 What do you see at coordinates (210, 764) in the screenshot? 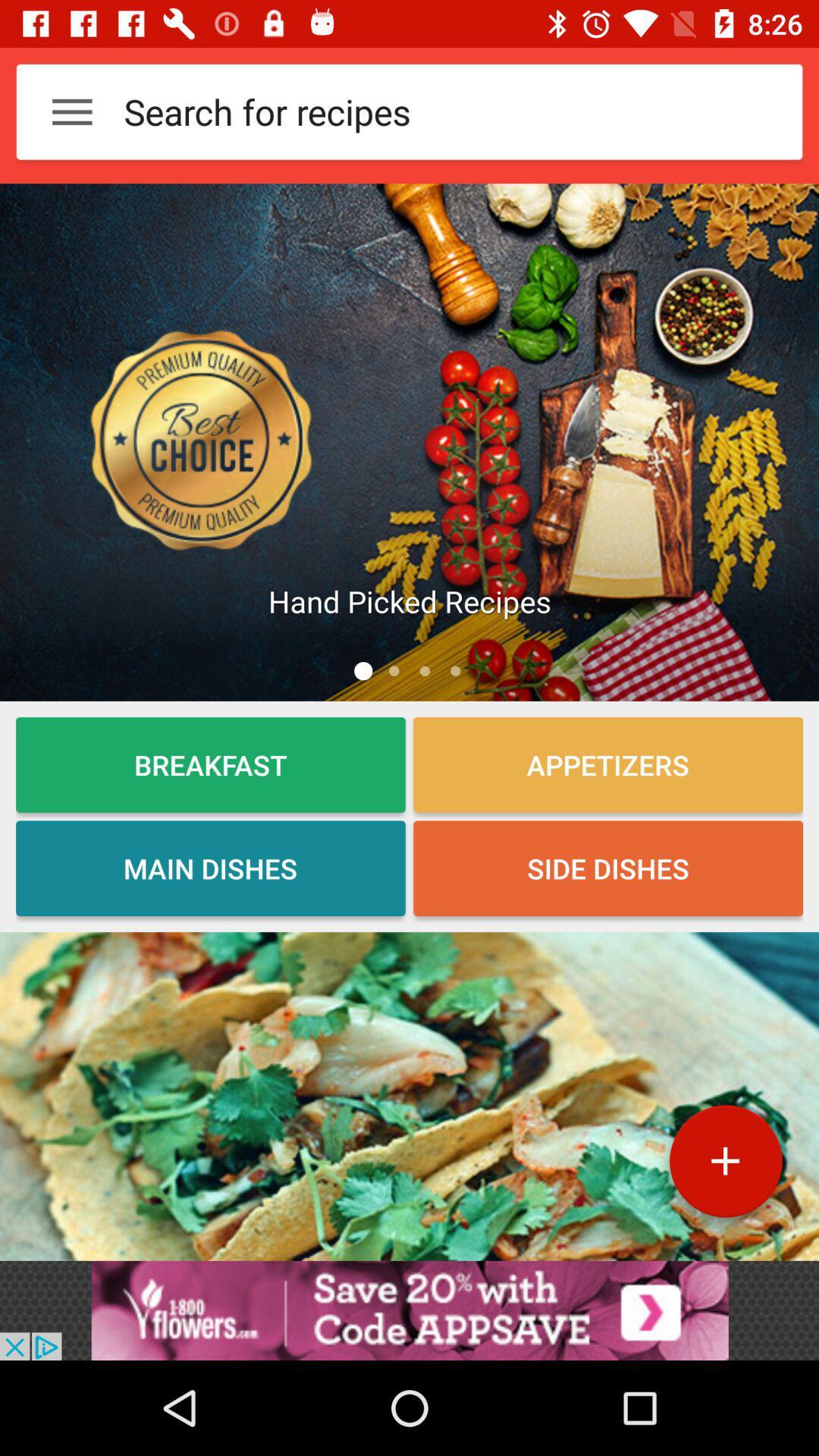
I see `the breakfast option` at bounding box center [210, 764].